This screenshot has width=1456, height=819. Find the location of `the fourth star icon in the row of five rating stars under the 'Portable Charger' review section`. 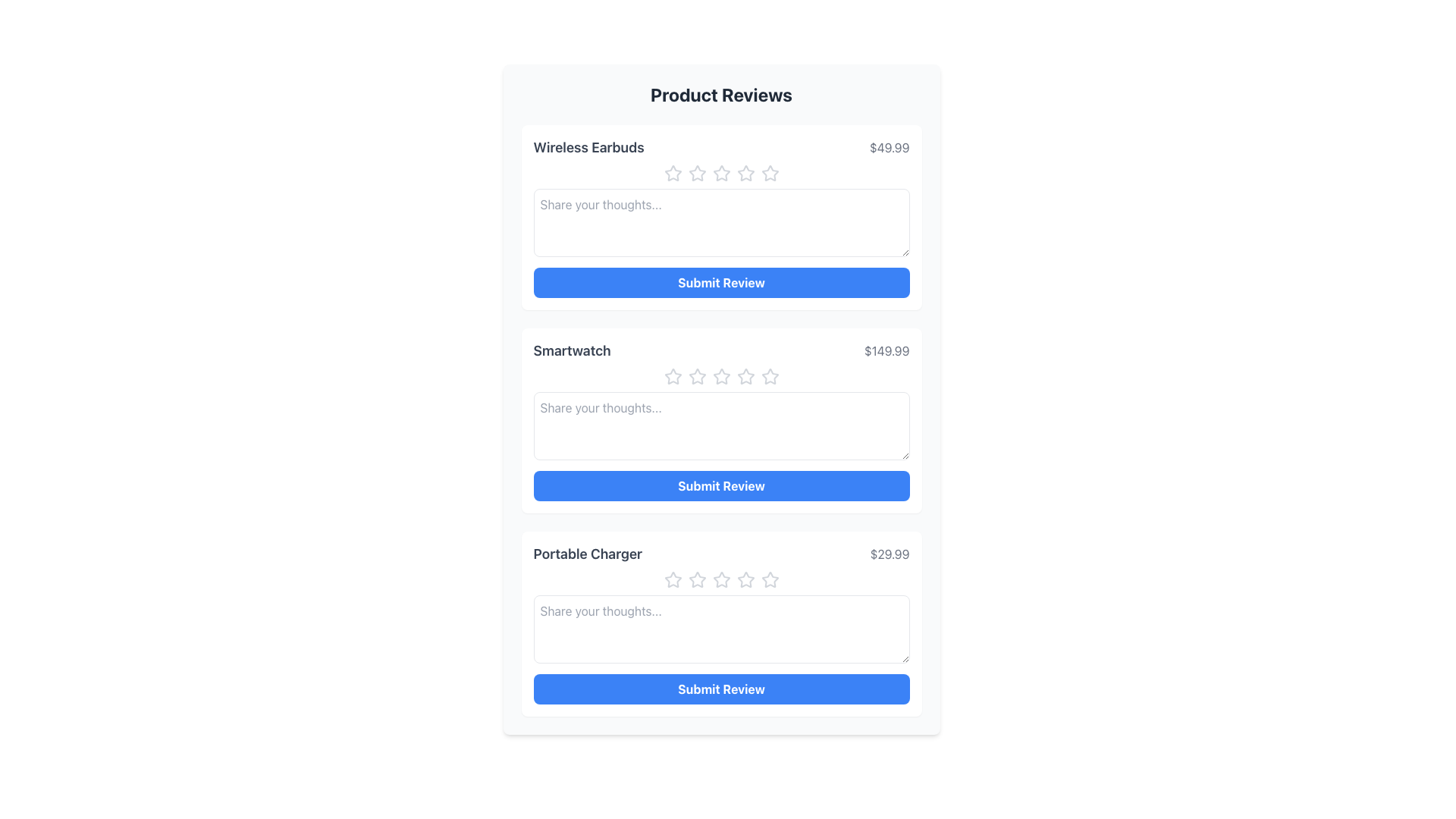

the fourth star icon in the row of five rating stars under the 'Portable Charger' review section is located at coordinates (720, 579).